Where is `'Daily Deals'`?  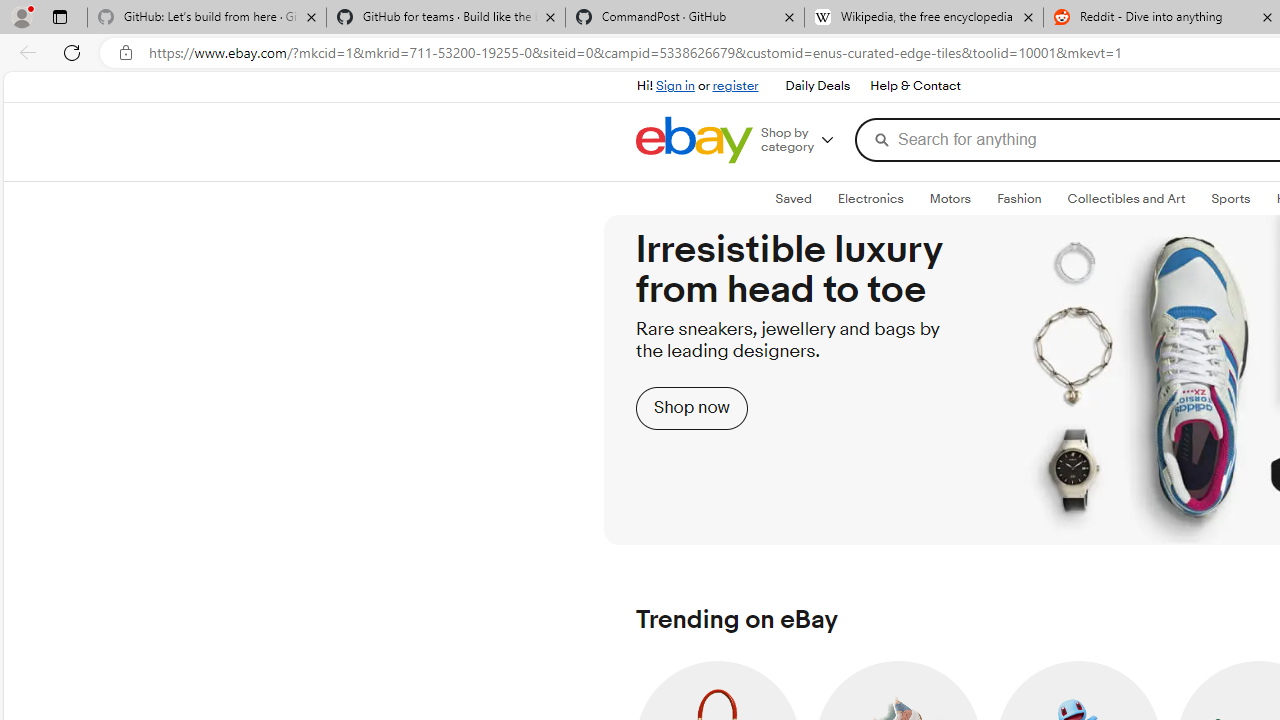 'Daily Deals' is located at coordinates (817, 86).